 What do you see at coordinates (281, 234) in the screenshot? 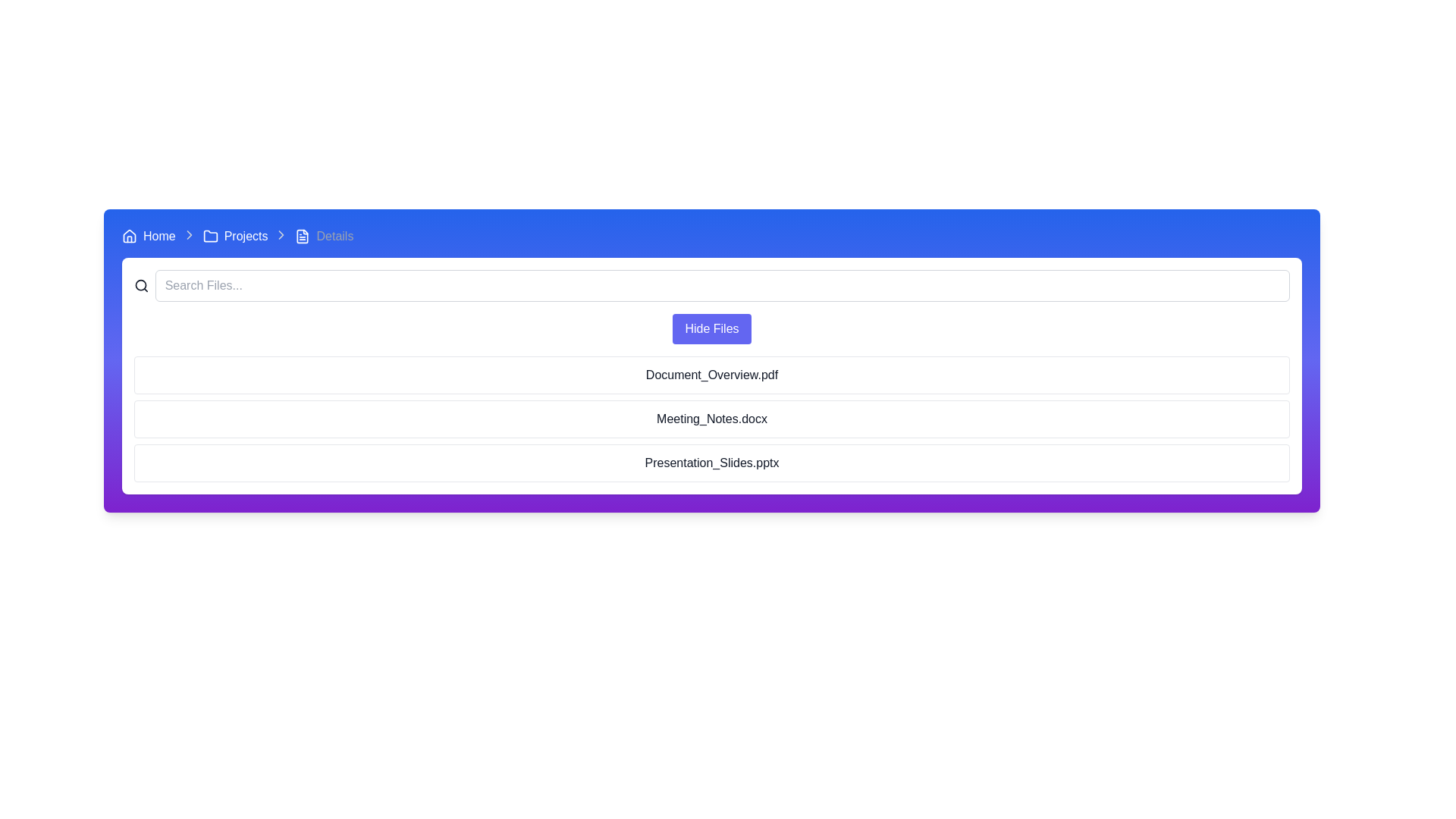
I see `the chevron icon in the navigation breadcrumb bar that indicates navigation context between 'Projects' and 'Details'` at bounding box center [281, 234].